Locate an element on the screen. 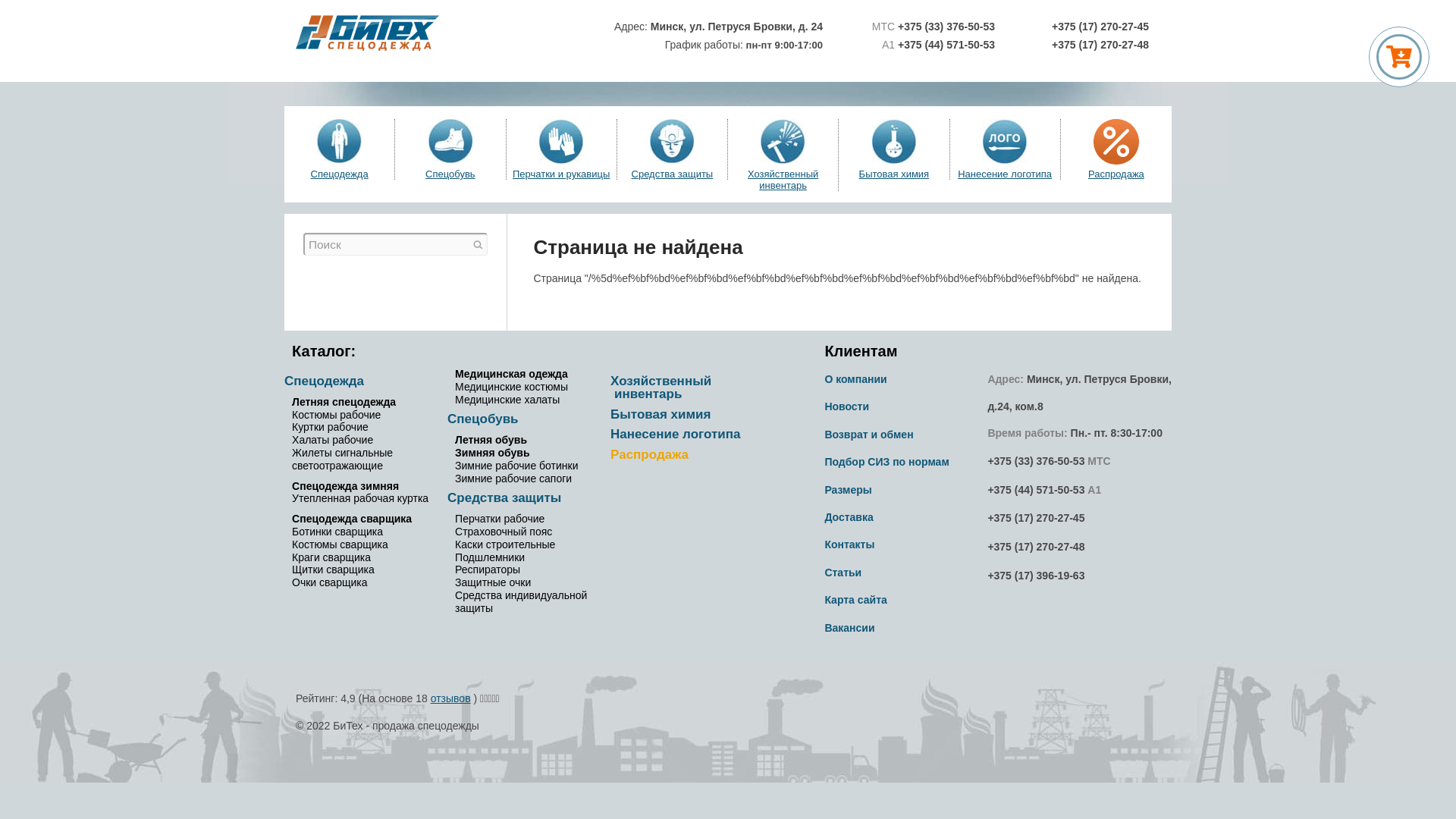 The width and height of the screenshot is (1456, 819). '+375 (17) 396-19-63' is located at coordinates (1035, 576).